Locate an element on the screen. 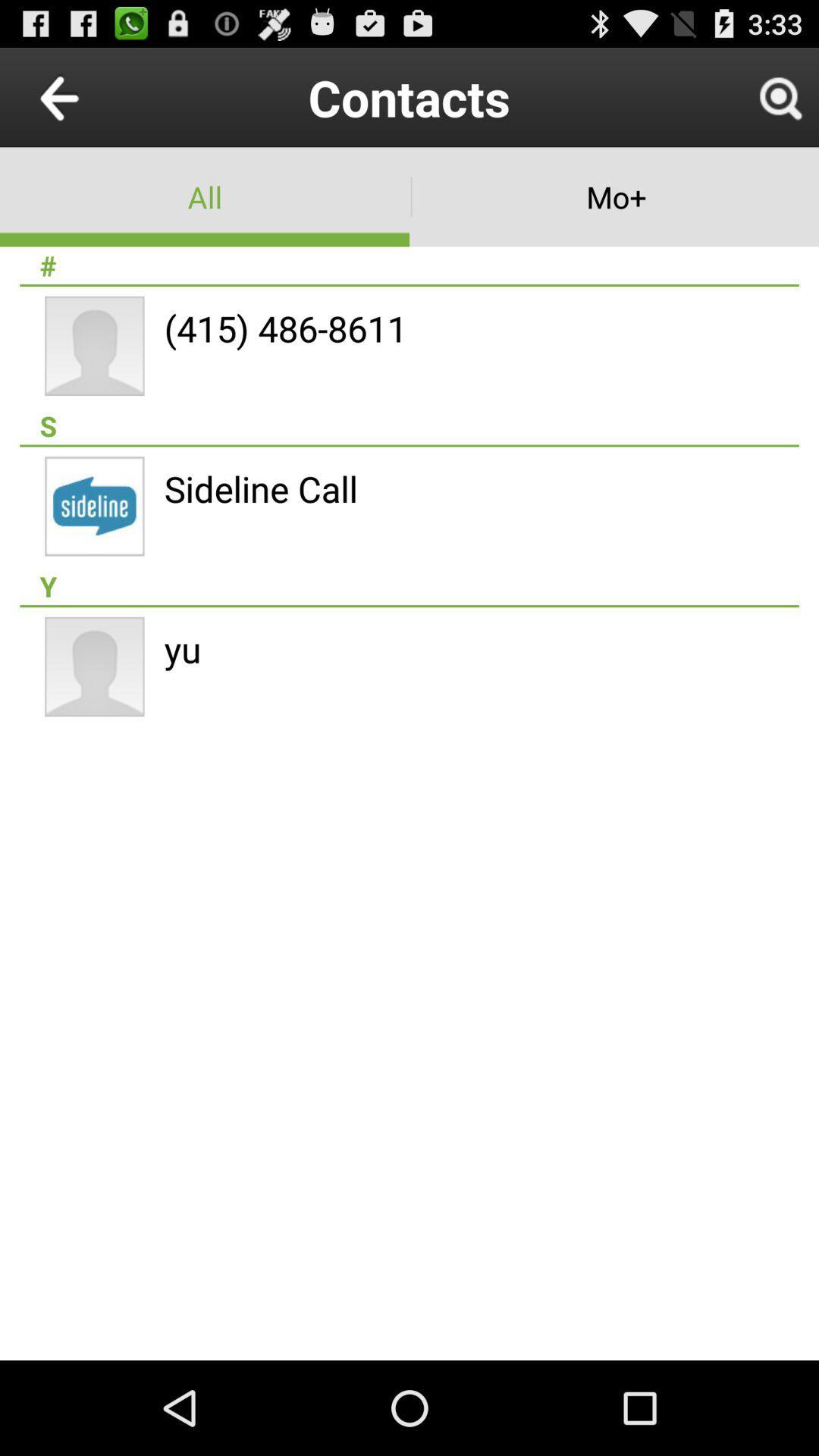 The height and width of the screenshot is (1456, 819). item to the right of contacts icon is located at coordinates (780, 96).